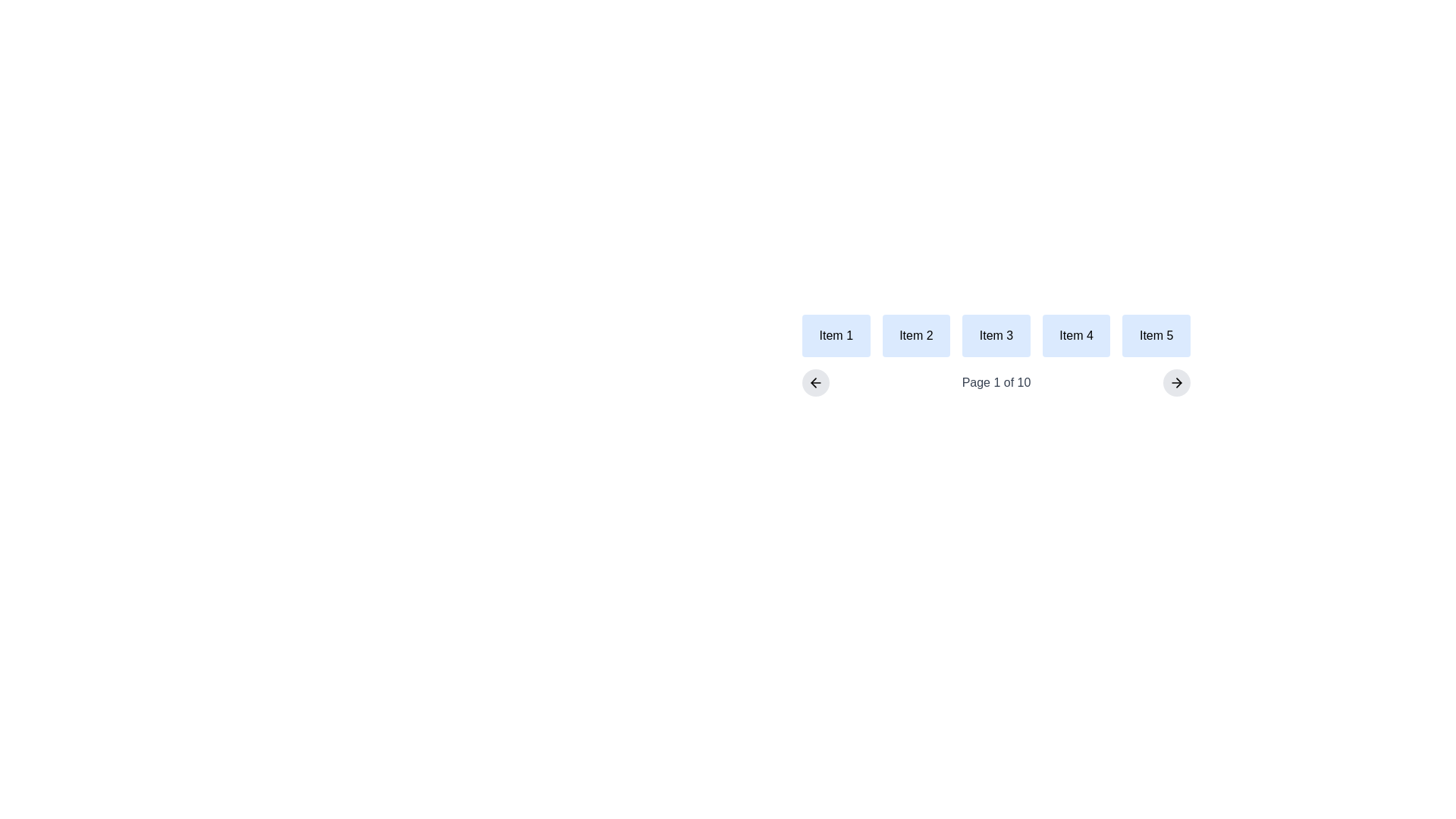  What do you see at coordinates (1175, 382) in the screenshot?
I see `the circular button with a gray background and black right arrow icon located at the far right of the pagination navigation section to change its appearance slightly` at bounding box center [1175, 382].